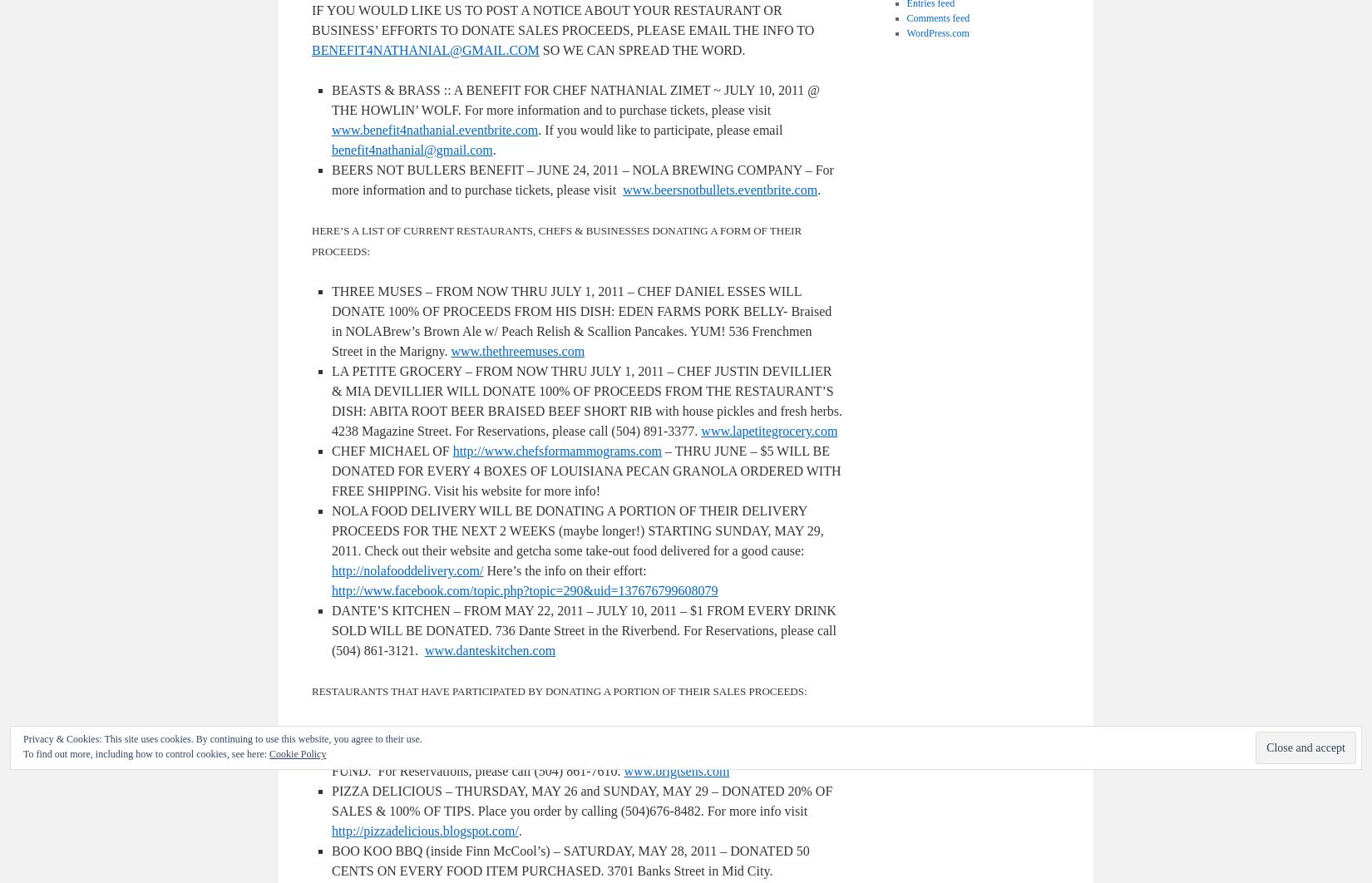  Describe the element at coordinates (563, 570) in the screenshot. I see `'Here’s the info on their effort:'` at that location.